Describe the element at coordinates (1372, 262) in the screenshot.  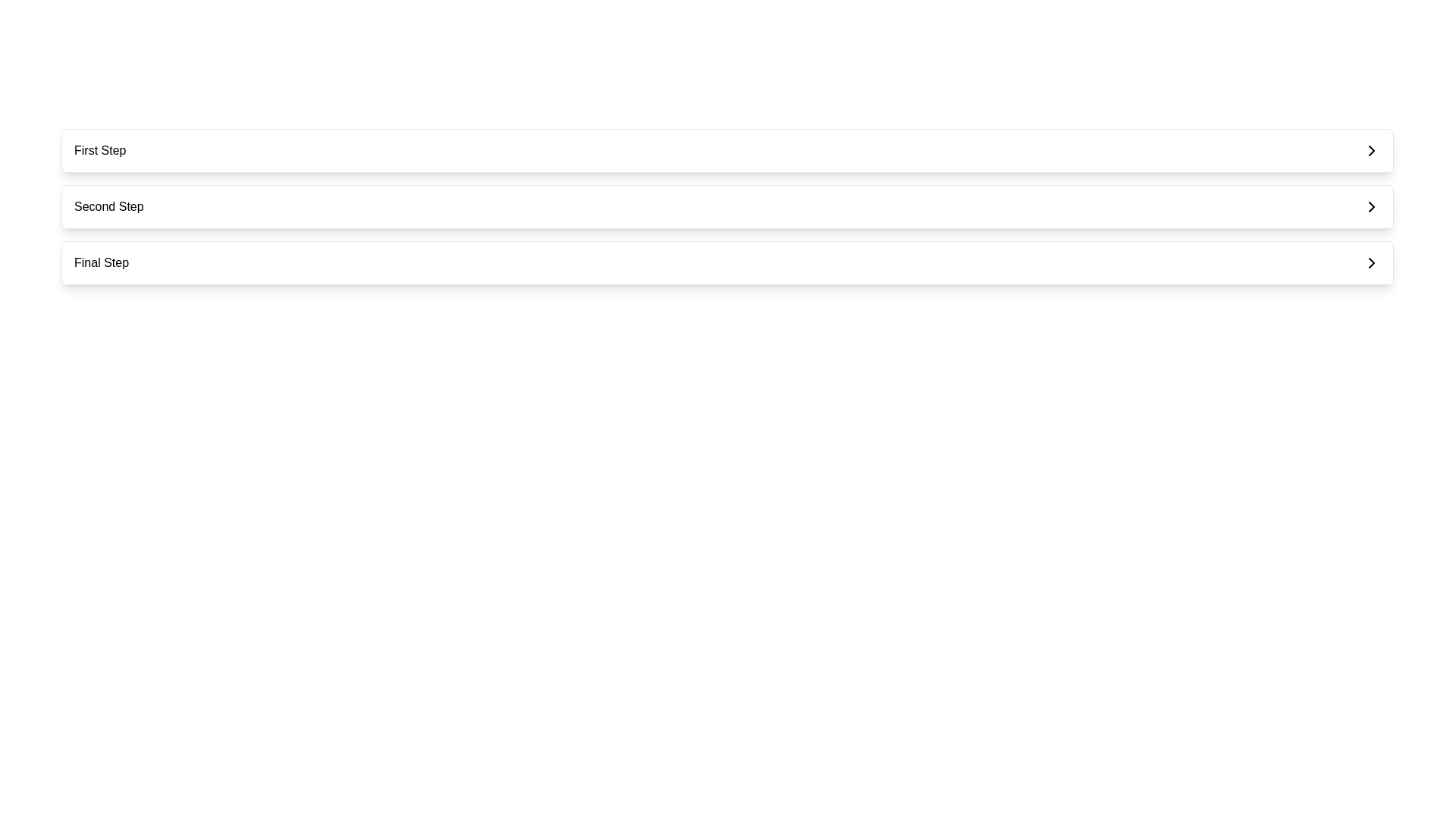
I see `the right-facing chevron icon at the far right of the 'Final Step' row to proceed` at that location.